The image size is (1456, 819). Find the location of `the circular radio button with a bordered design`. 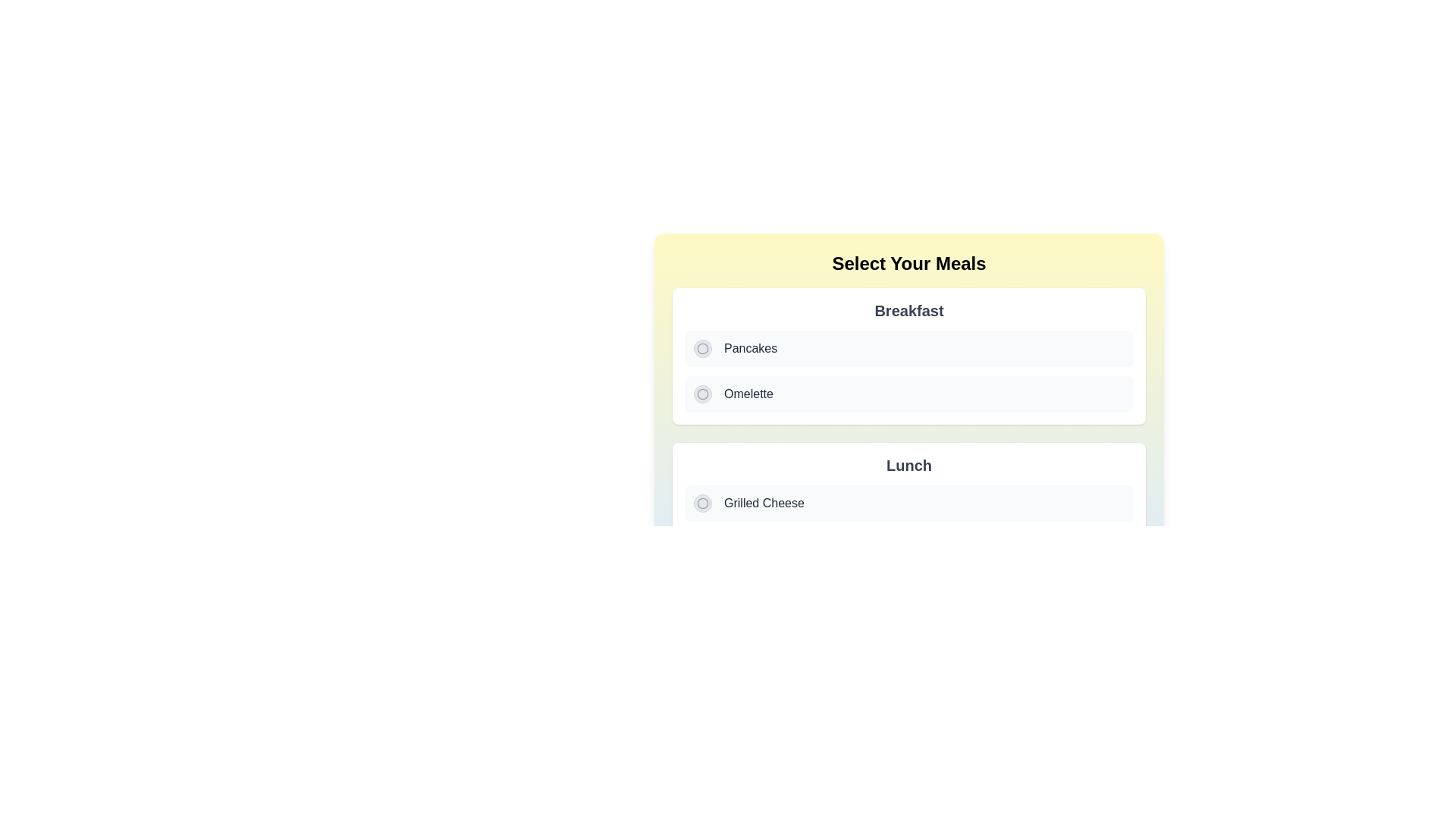

the circular radio button with a bordered design is located at coordinates (701, 503).